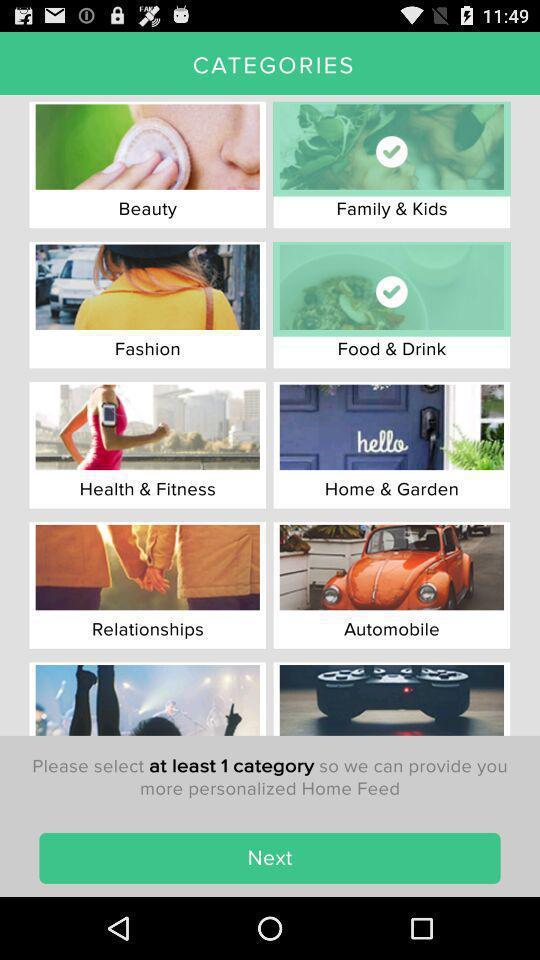 The image size is (540, 960). I want to click on next item, so click(270, 857).